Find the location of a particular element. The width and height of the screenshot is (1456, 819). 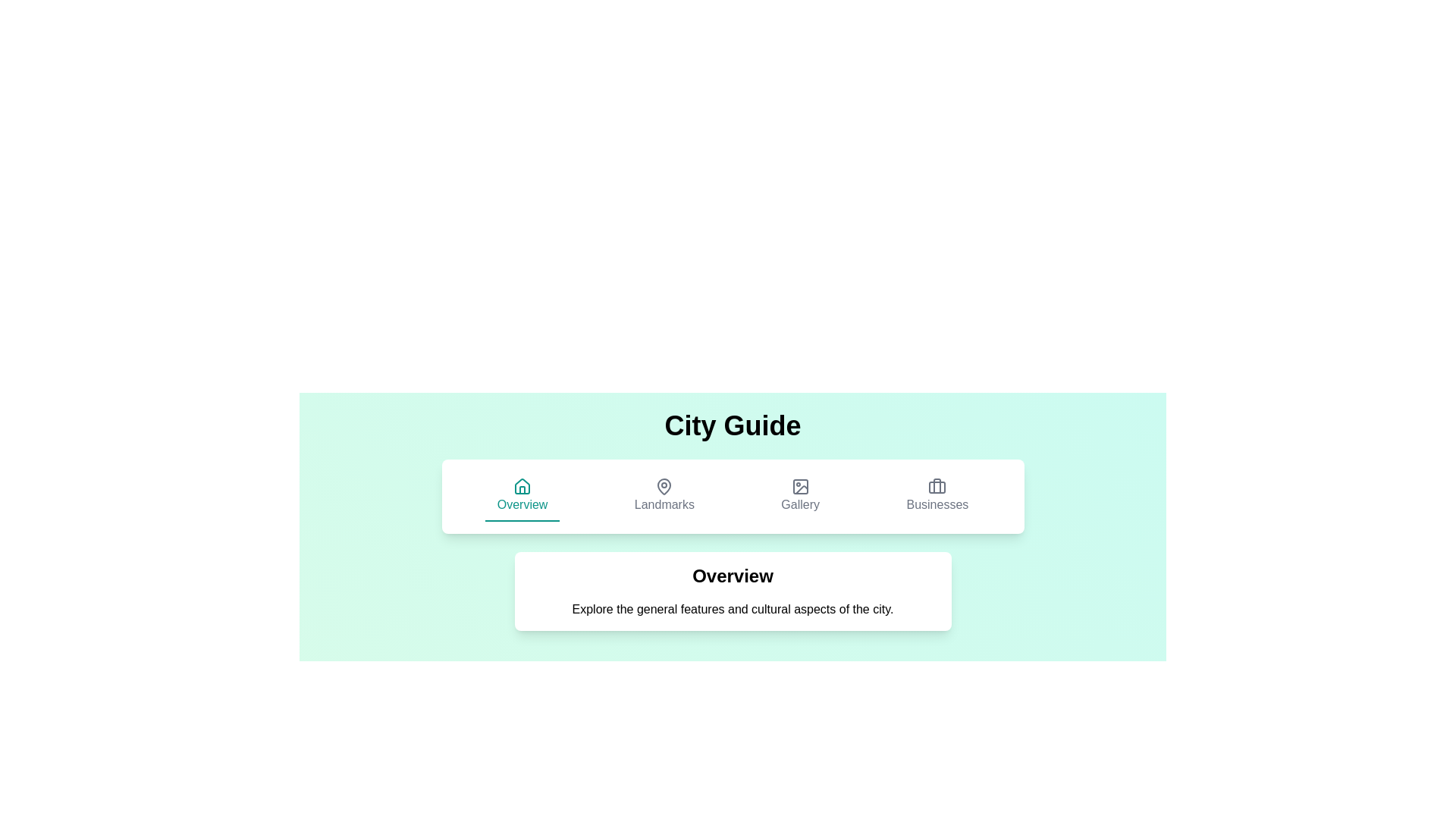

the map pin graphic icon in the horizontal navigation menu below 'City Guide' is located at coordinates (664, 485).